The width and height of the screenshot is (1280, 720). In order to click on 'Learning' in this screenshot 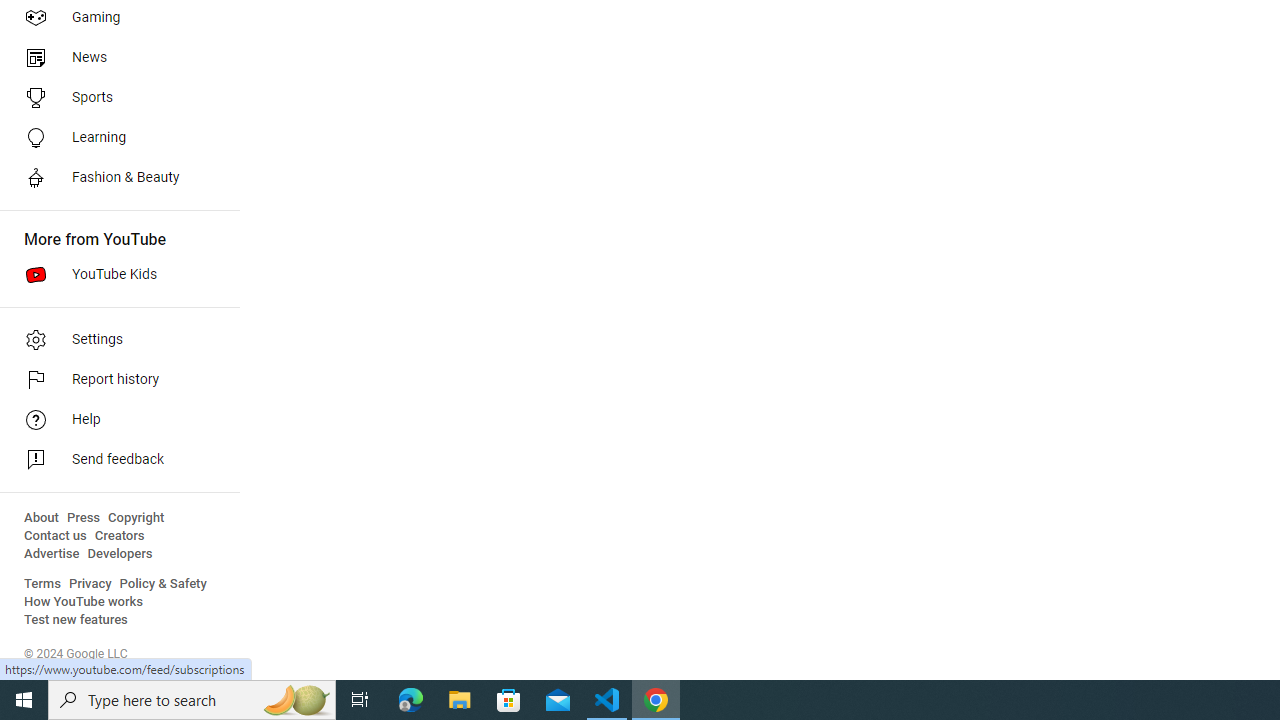, I will do `click(112, 136)`.